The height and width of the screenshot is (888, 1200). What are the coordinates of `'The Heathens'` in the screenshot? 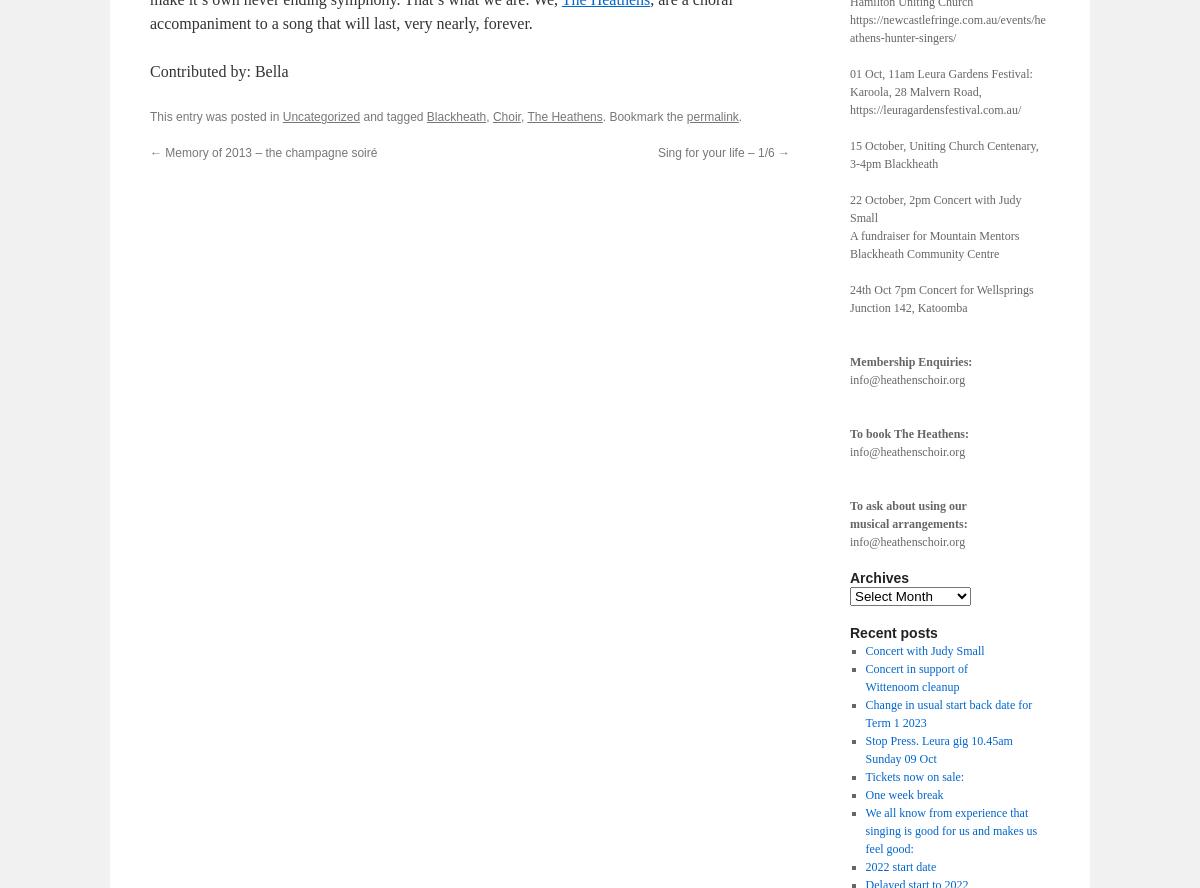 It's located at (563, 117).